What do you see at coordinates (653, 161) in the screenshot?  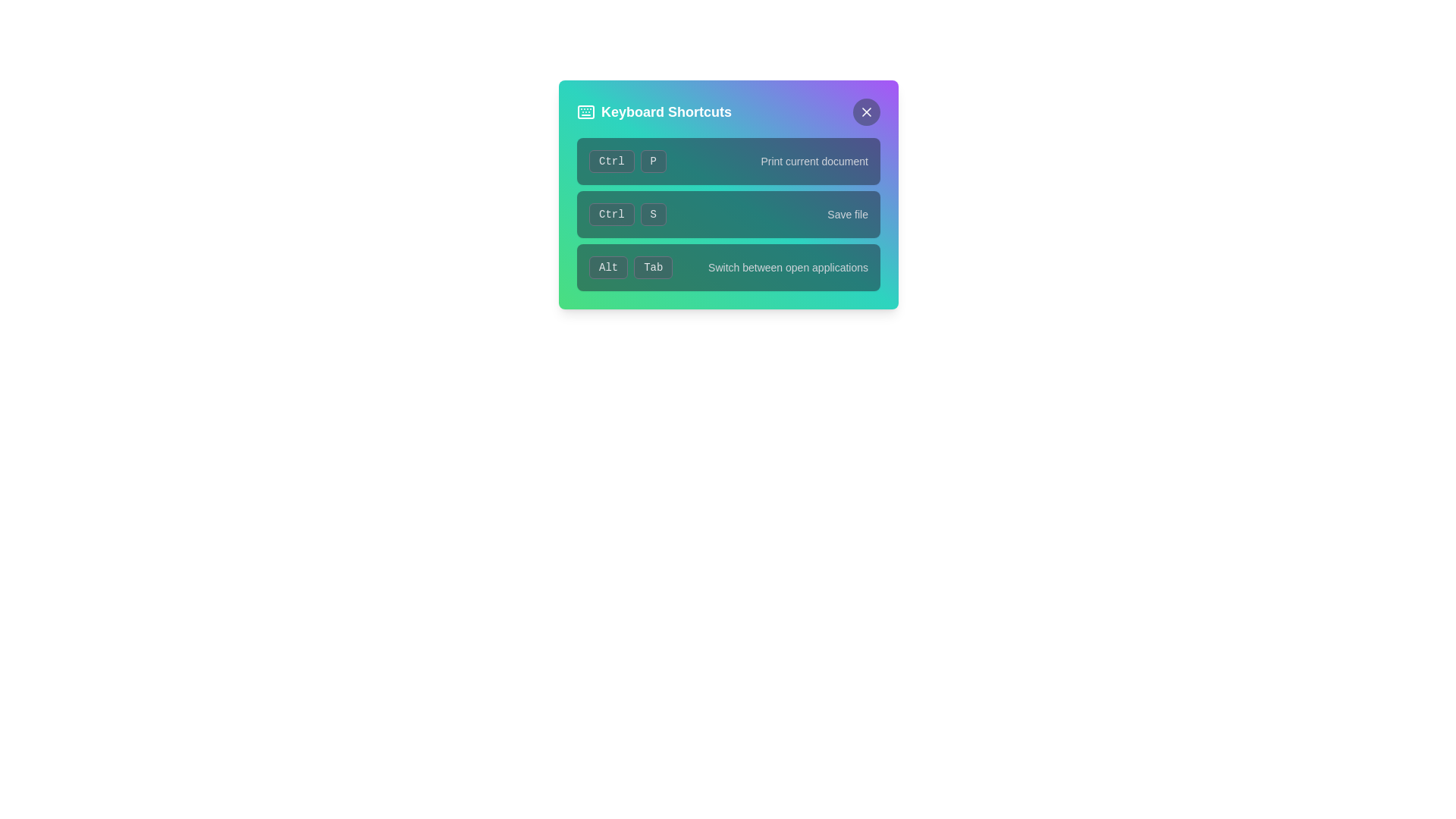 I see `the rounded rectangular button with a dark background and light text labeled 'P', located in the upper section of a list of shortcut keys, adjacent to the 'Ctrl' button` at bounding box center [653, 161].